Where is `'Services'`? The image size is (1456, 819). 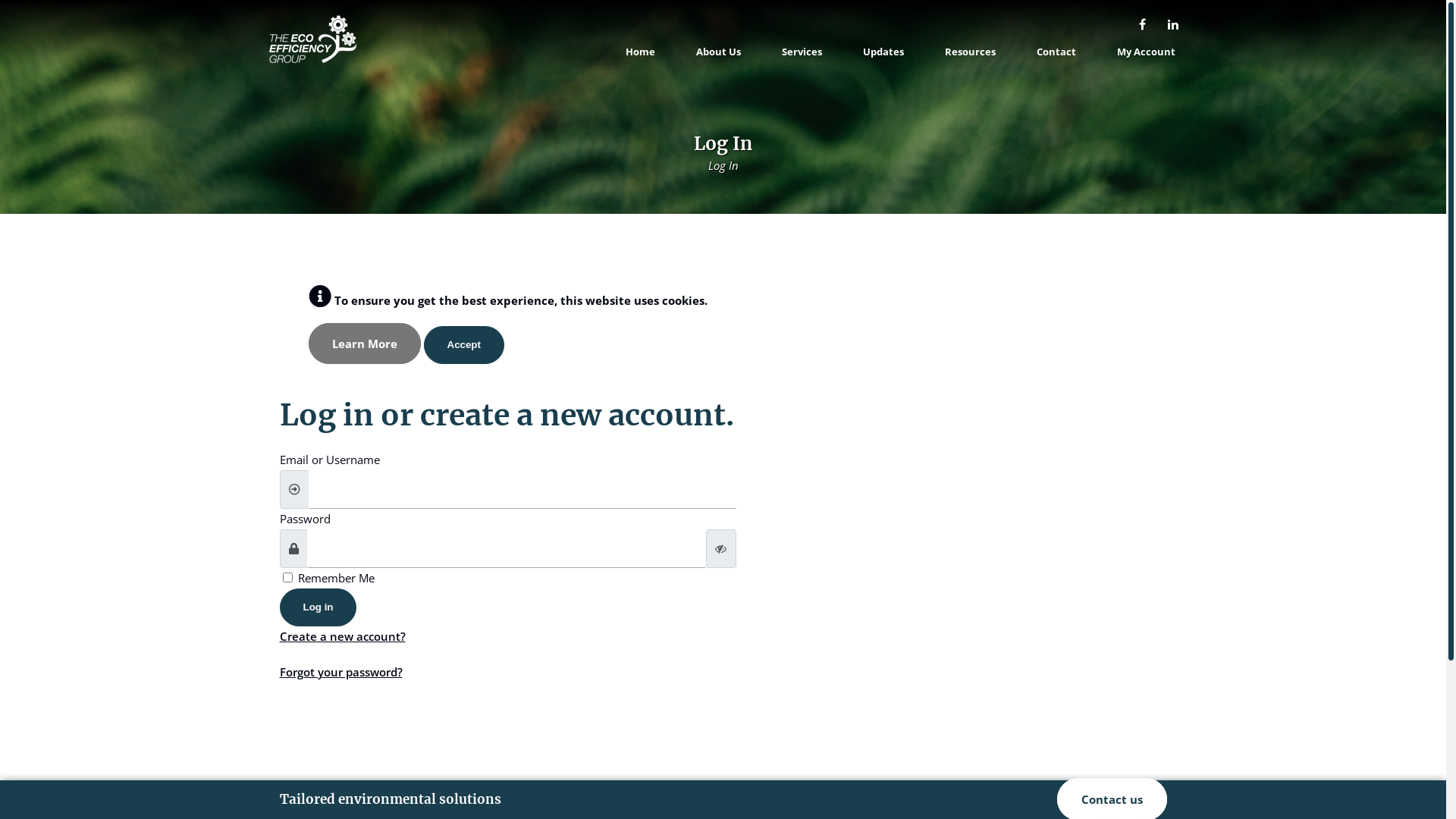
'Services' is located at coordinates (781, 57).